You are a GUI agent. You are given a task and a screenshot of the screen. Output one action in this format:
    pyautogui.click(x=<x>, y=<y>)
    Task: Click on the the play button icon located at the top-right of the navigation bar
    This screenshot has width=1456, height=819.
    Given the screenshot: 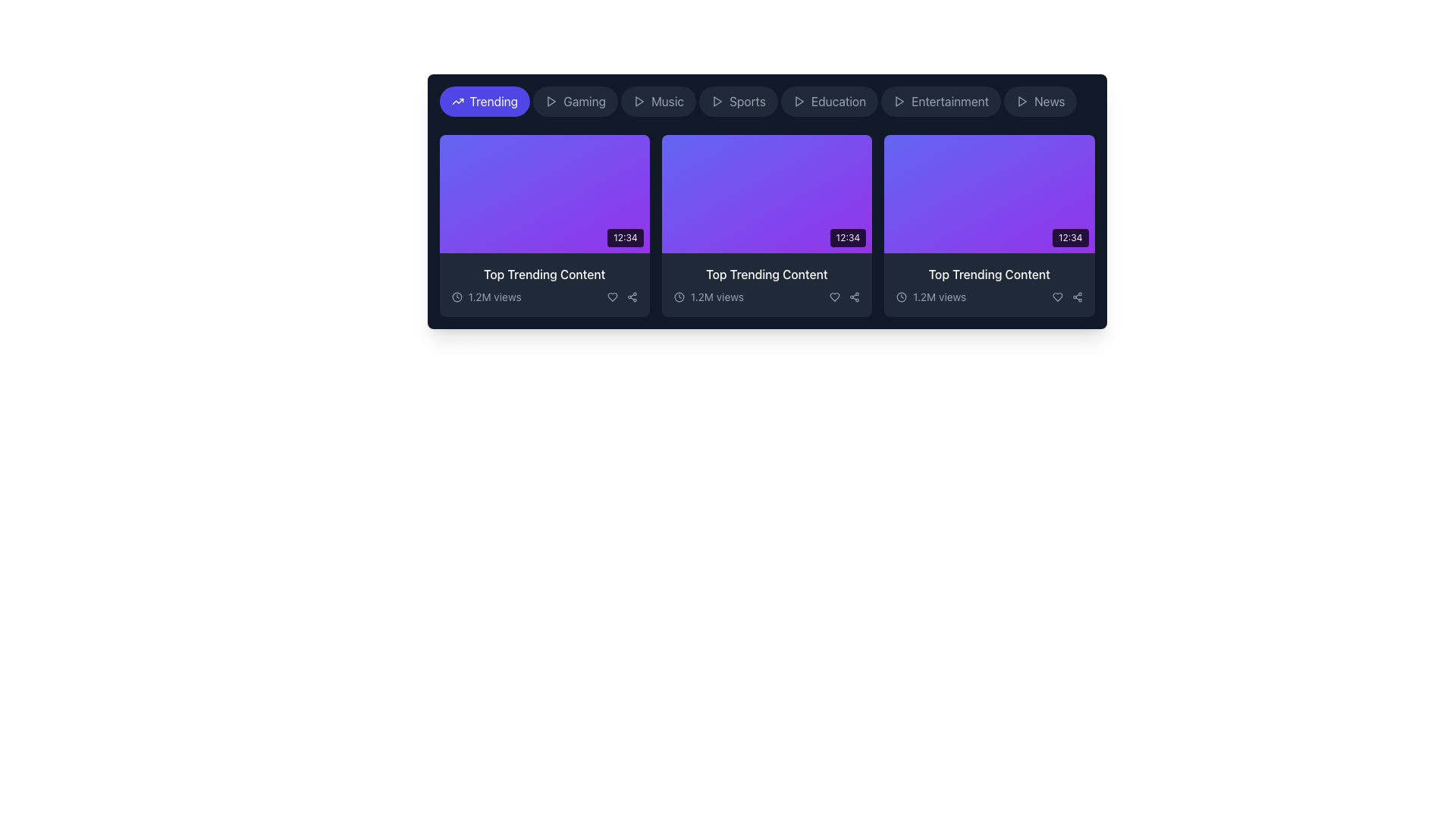 What is the action you would take?
    pyautogui.click(x=1022, y=102)
    